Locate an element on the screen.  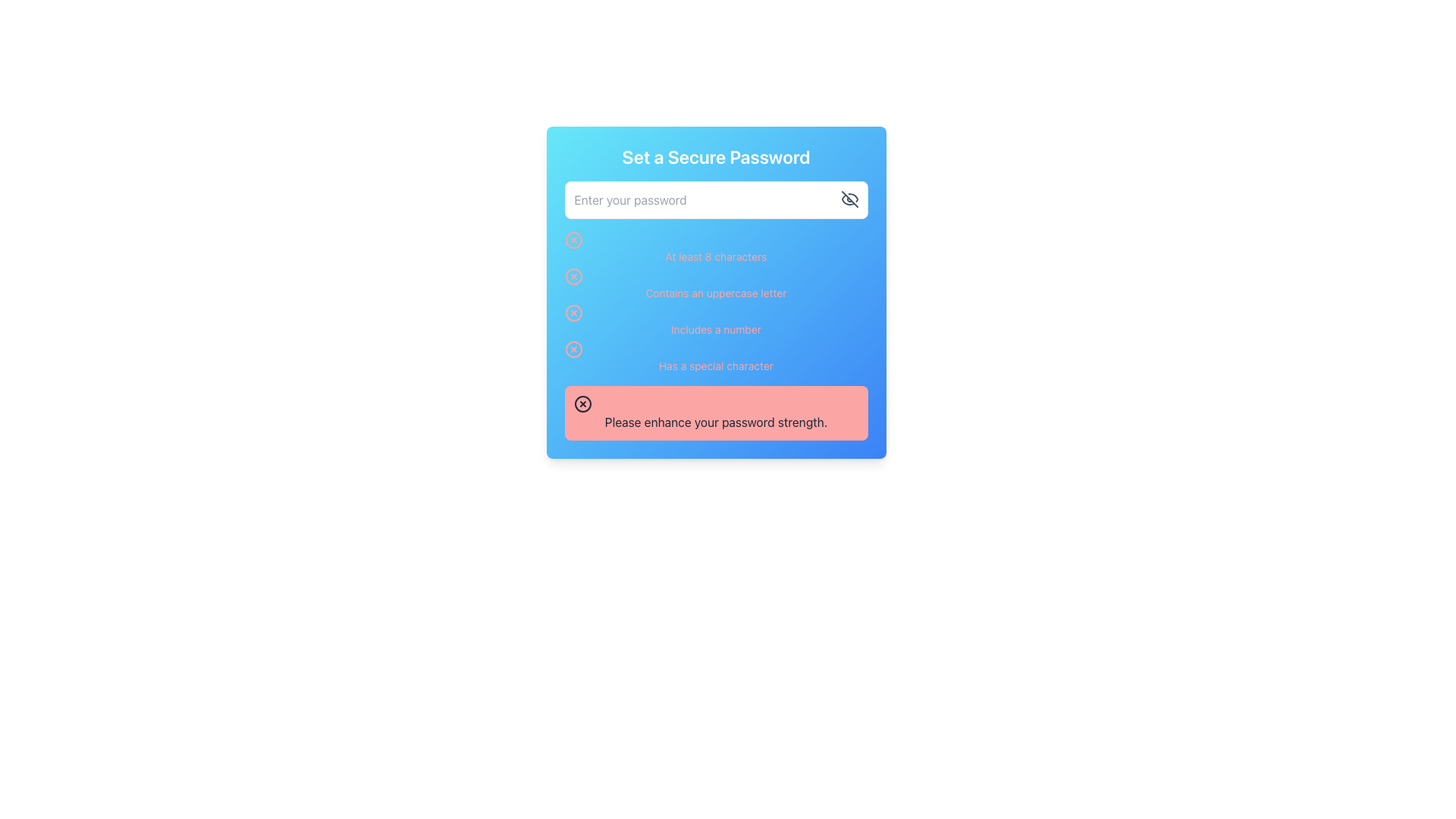
the second item in the vertically aligned checklist labeled 'Contains an uppercase letter' with a gradient blue background and a red icon indicating a negative condition is located at coordinates (715, 292).